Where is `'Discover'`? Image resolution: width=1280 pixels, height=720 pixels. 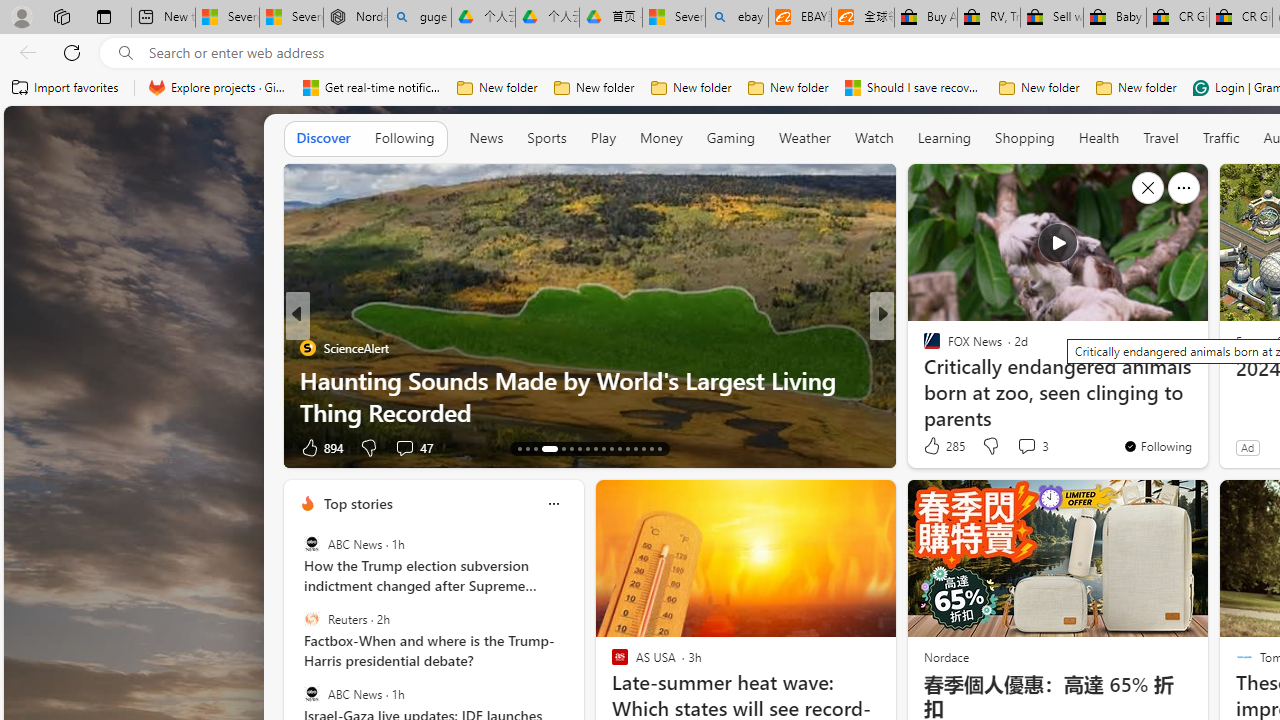 'Discover' is located at coordinates (323, 136).